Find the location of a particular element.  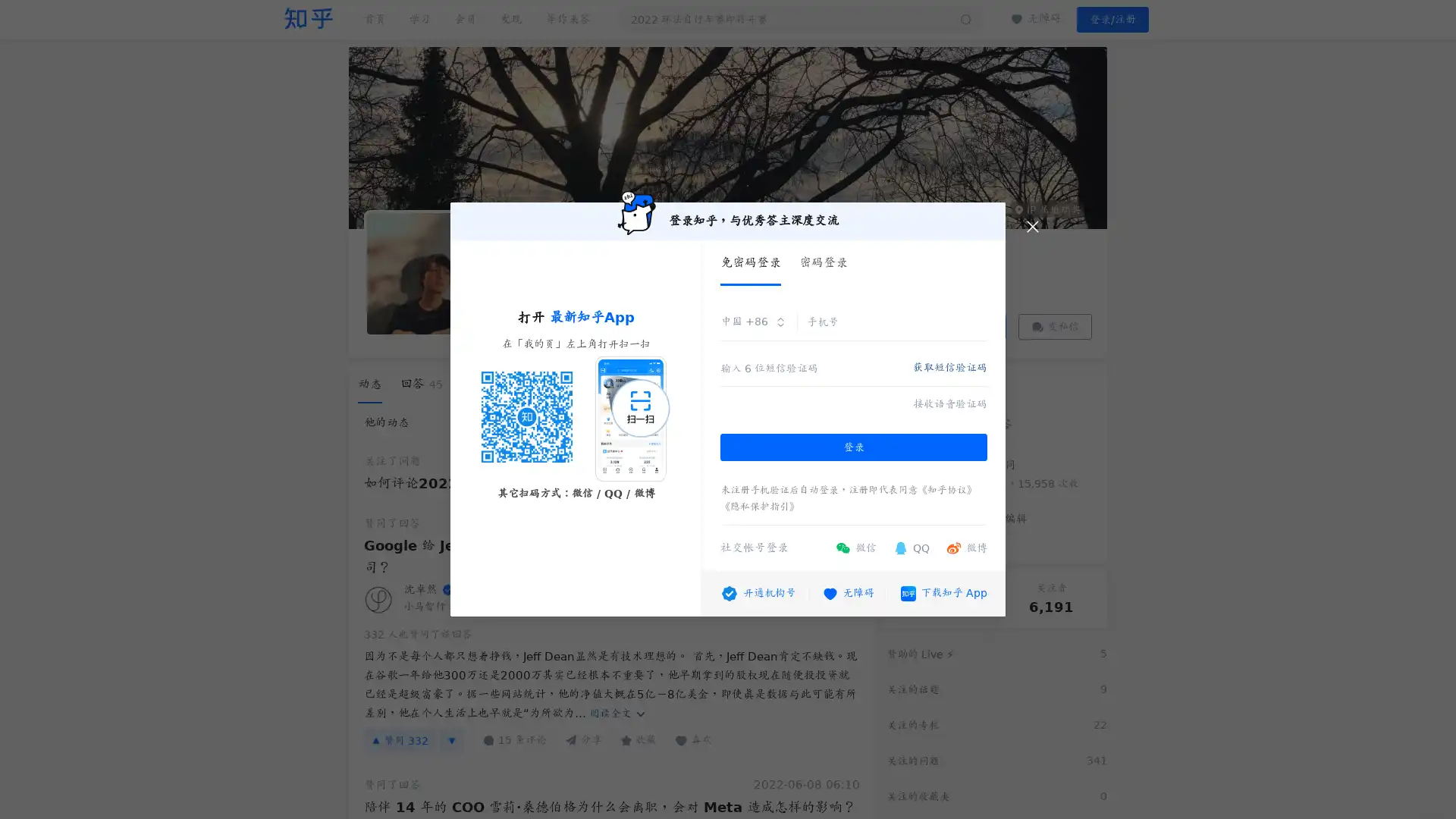

332 is located at coordinates (418, 633).